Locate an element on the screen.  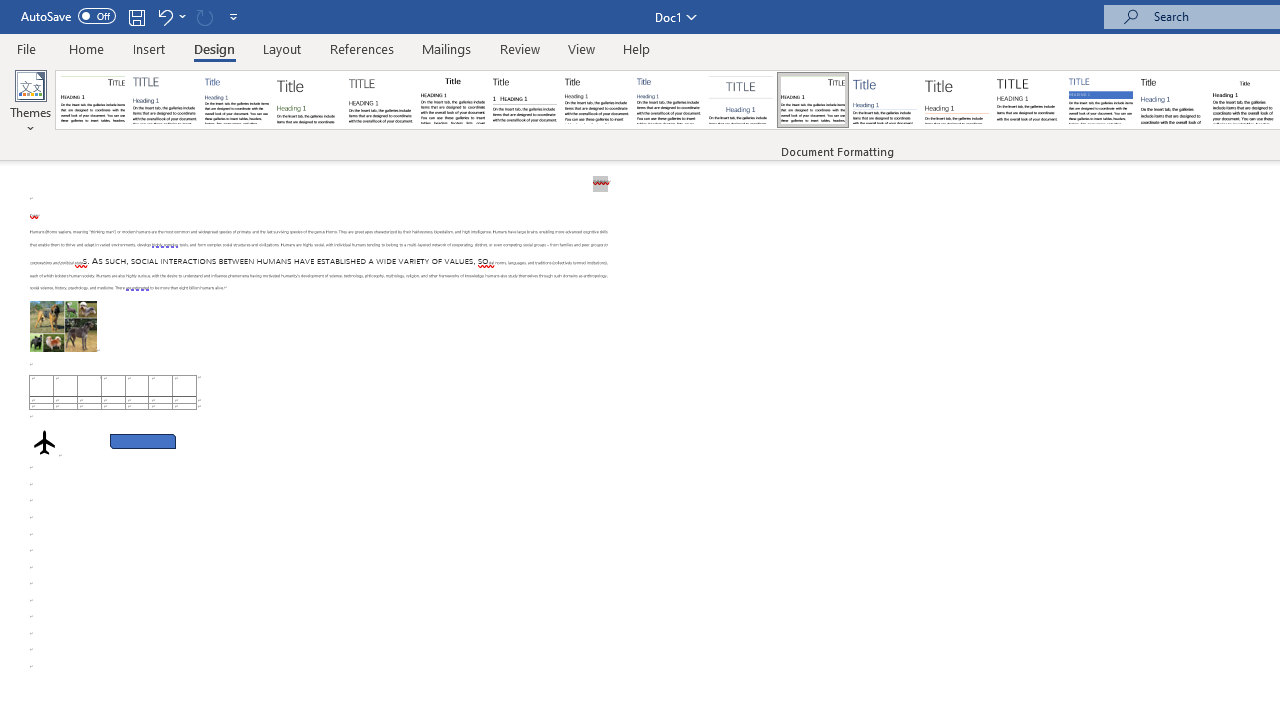
'Themes' is located at coordinates (30, 103).